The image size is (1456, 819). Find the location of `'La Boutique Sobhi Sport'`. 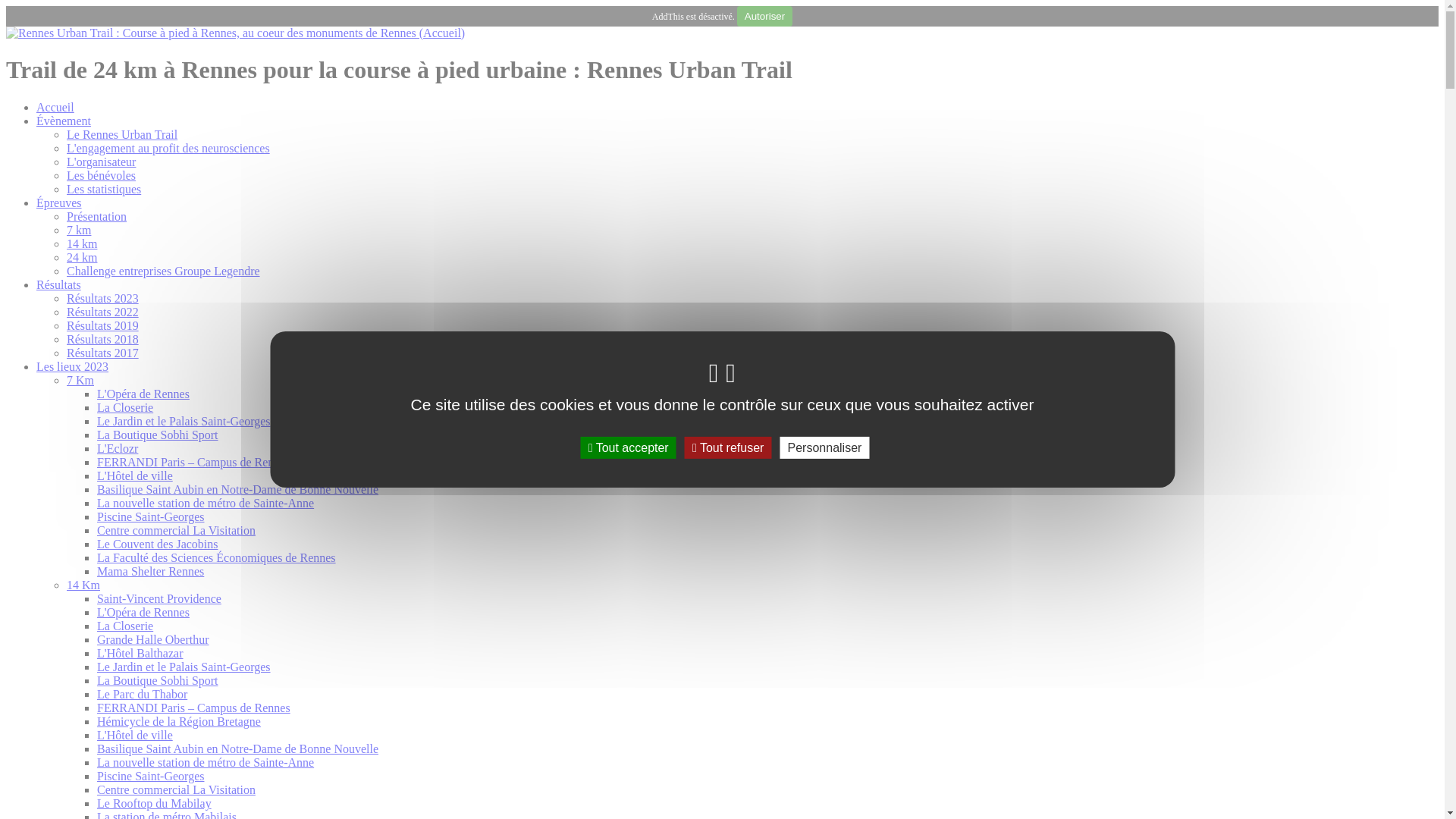

'La Boutique Sobhi Sport' is located at coordinates (157, 679).